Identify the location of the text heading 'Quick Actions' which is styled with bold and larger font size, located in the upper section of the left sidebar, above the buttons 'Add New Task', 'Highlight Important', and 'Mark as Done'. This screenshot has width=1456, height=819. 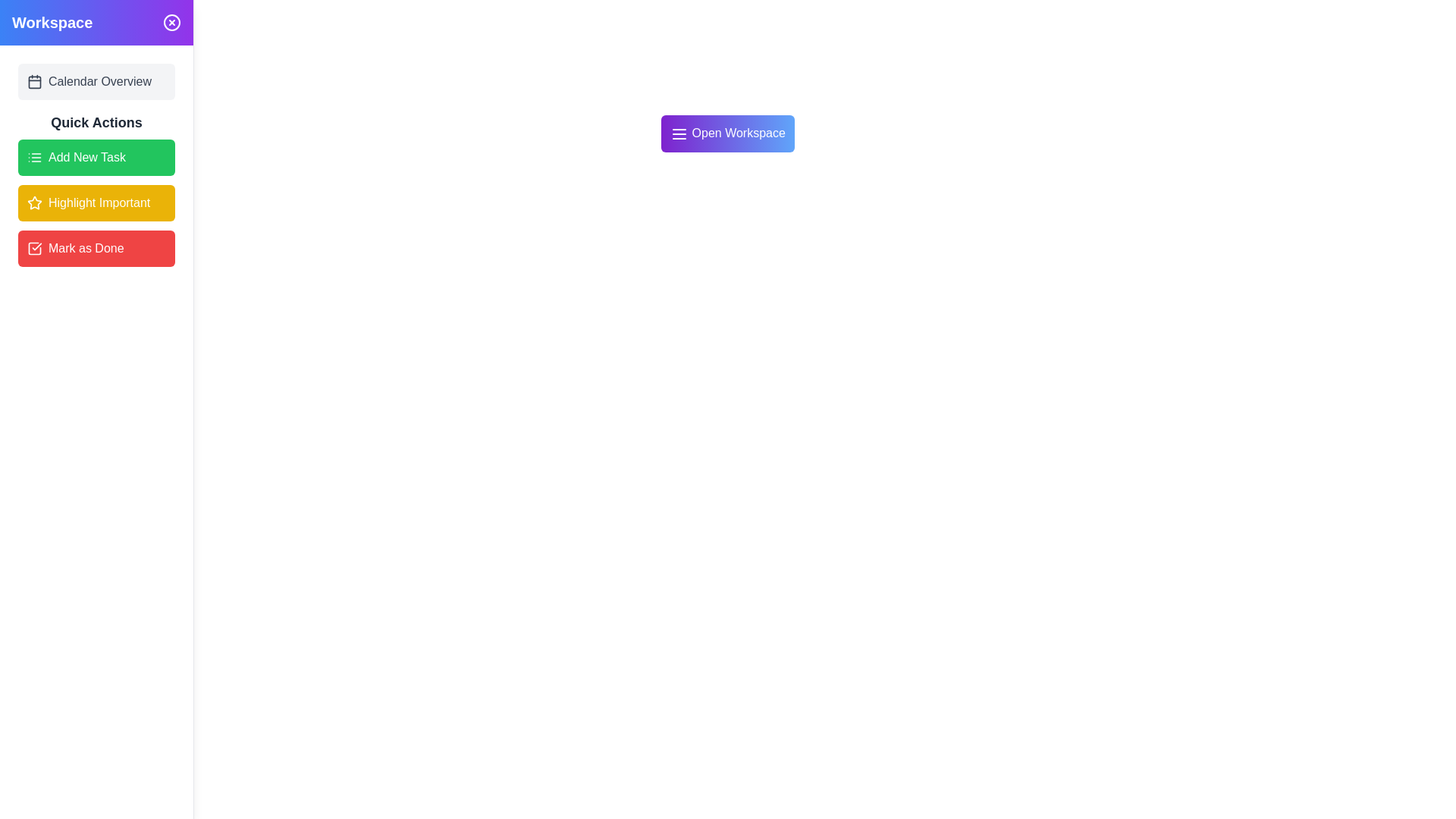
(96, 122).